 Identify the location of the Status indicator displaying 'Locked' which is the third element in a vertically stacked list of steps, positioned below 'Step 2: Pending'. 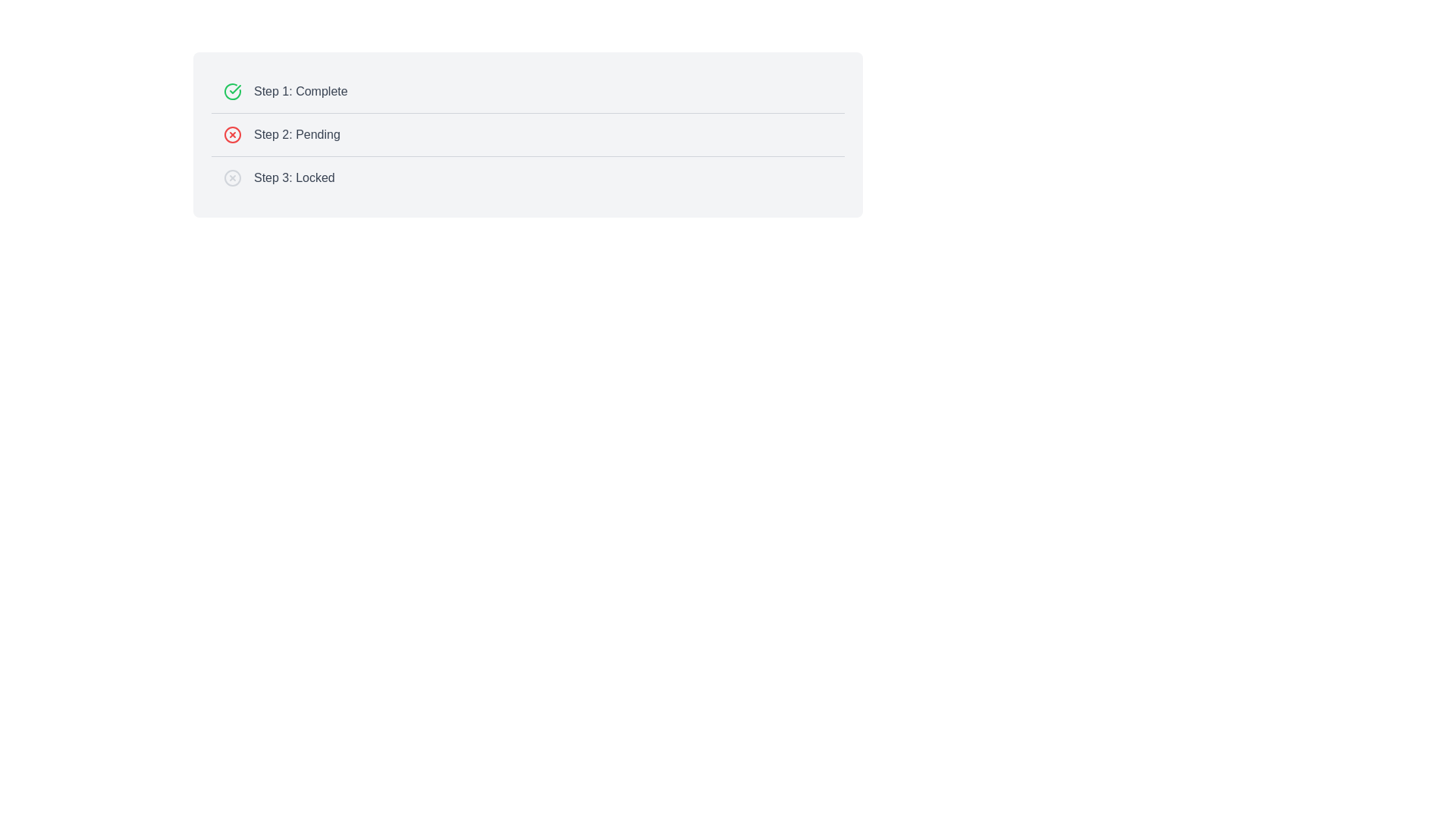
(528, 177).